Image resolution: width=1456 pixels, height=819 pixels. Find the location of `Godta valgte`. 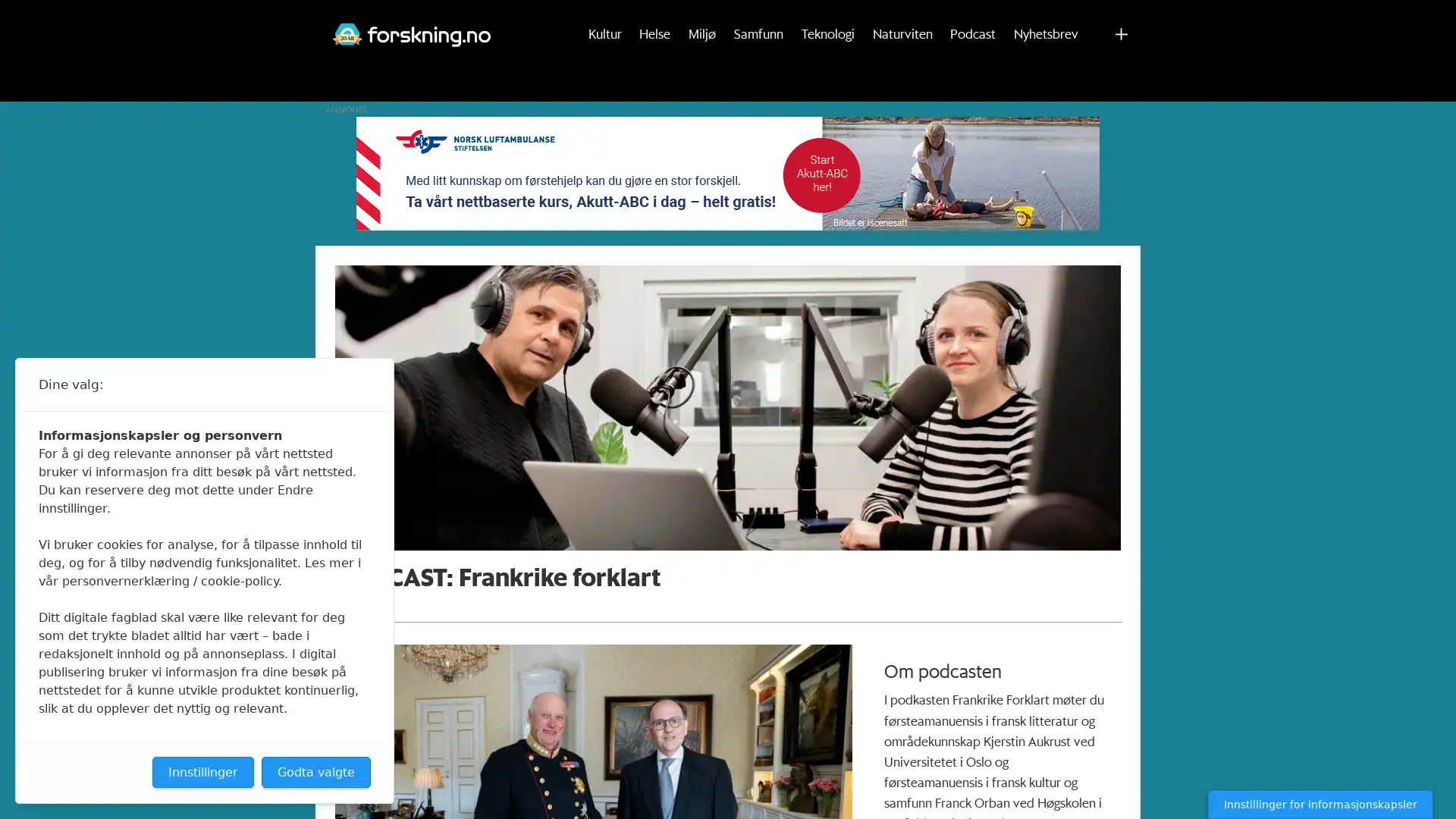

Godta valgte is located at coordinates (315, 772).